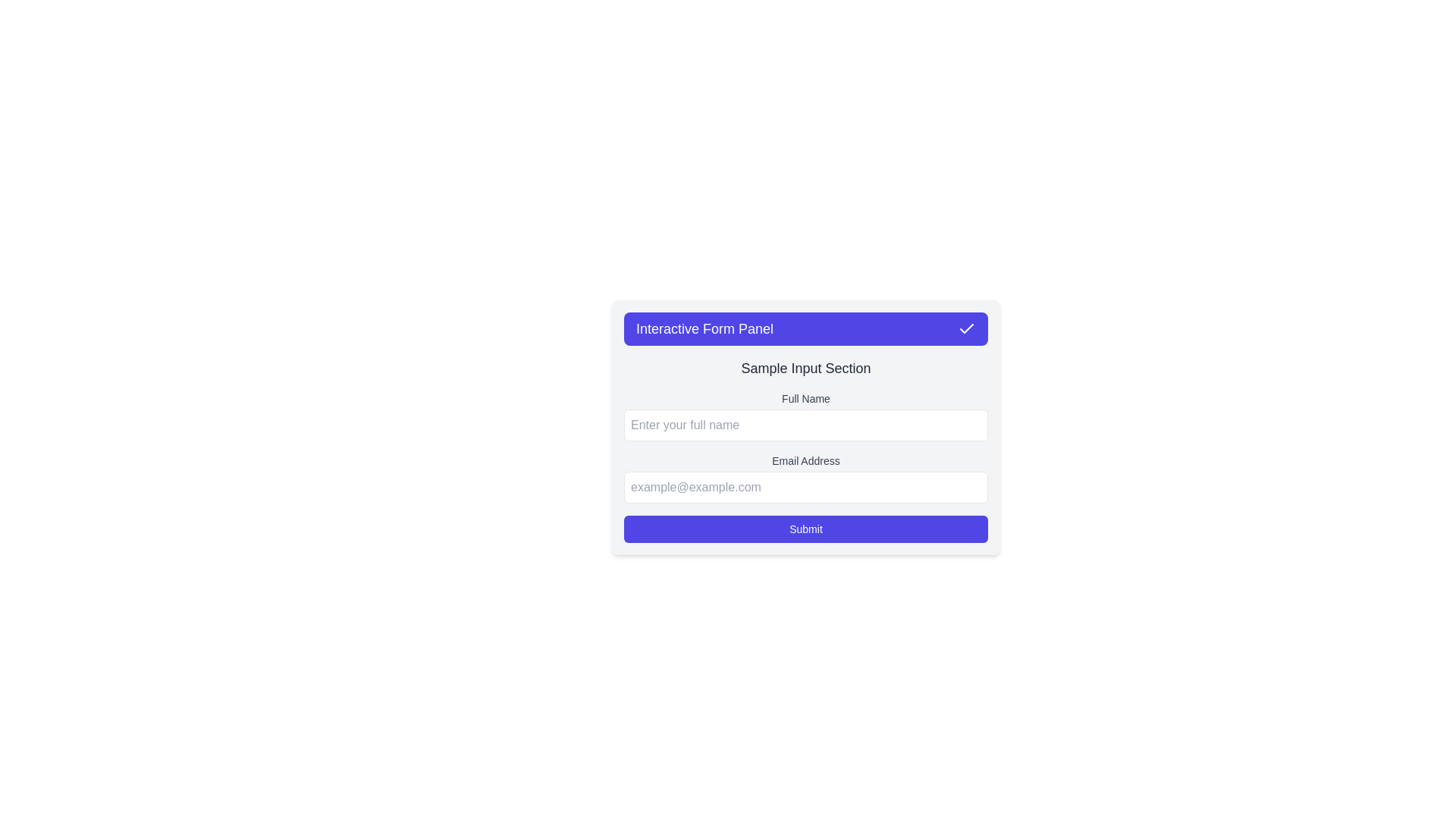 The height and width of the screenshot is (819, 1456). I want to click on the label providing context for the full name input field in the 'Sample Input Section', so click(805, 397).